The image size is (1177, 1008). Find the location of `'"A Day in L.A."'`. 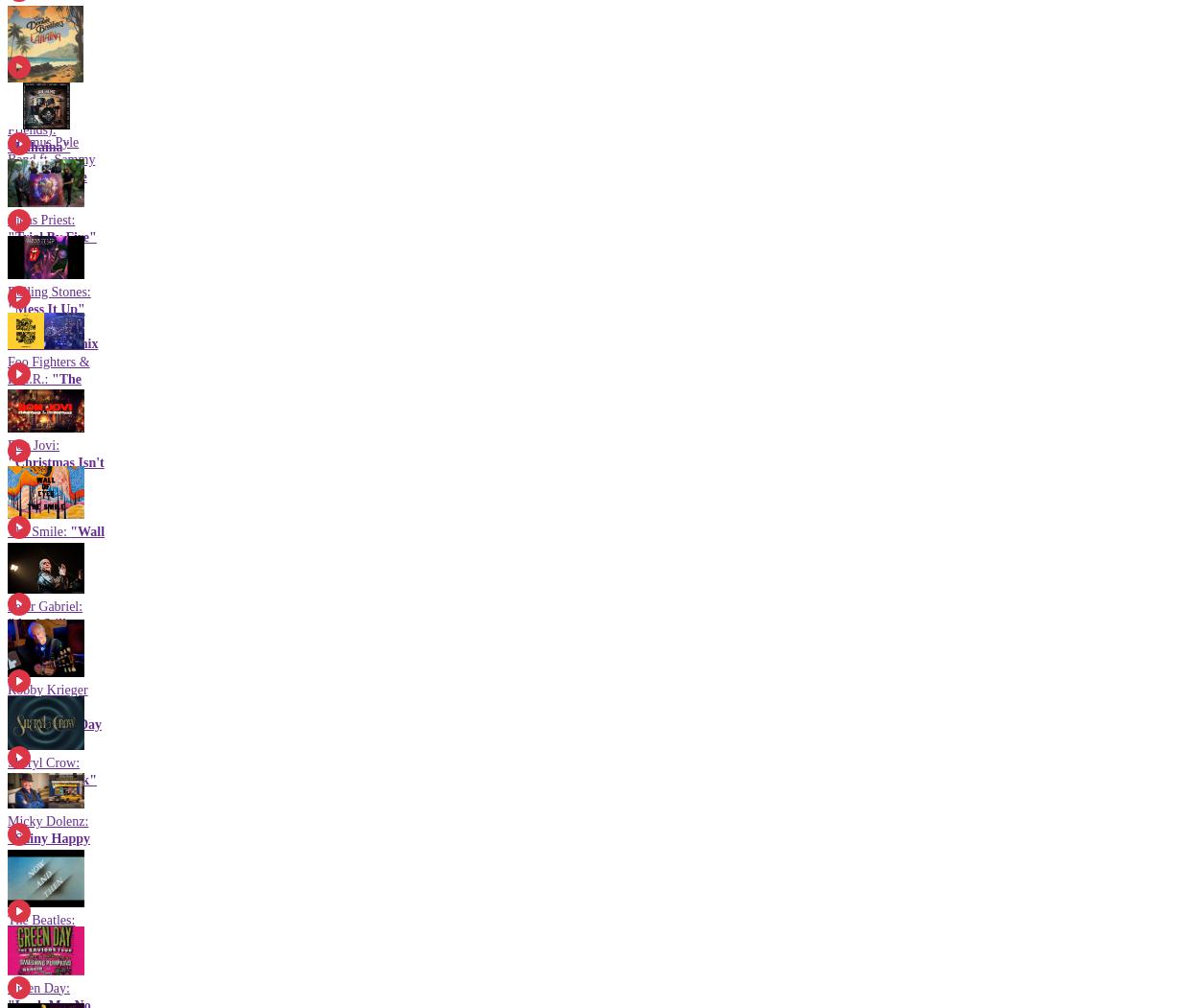

'"A Day in L.A."' is located at coordinates (55, 732).